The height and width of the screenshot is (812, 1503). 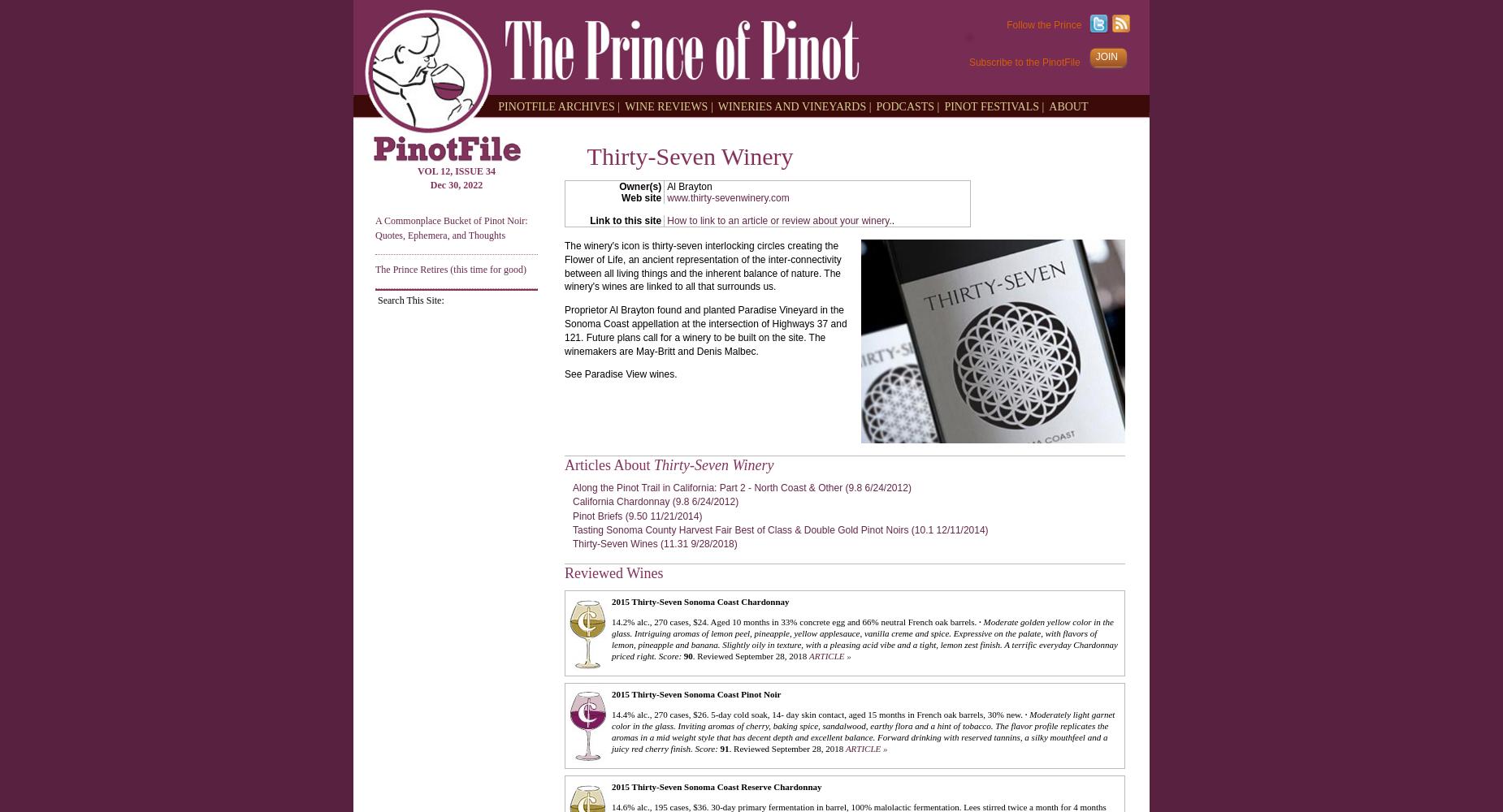 I want to click on 'Proprietor Al Brayton found and planted Paradise Vineyard in the Sonoma Coast appellation at the intersection of Highways 37 and 121.  Future plans call for a winery to be built on the site.  The winemakers are May-Britt and Denis Malbec.', so click(x=705, y=330).